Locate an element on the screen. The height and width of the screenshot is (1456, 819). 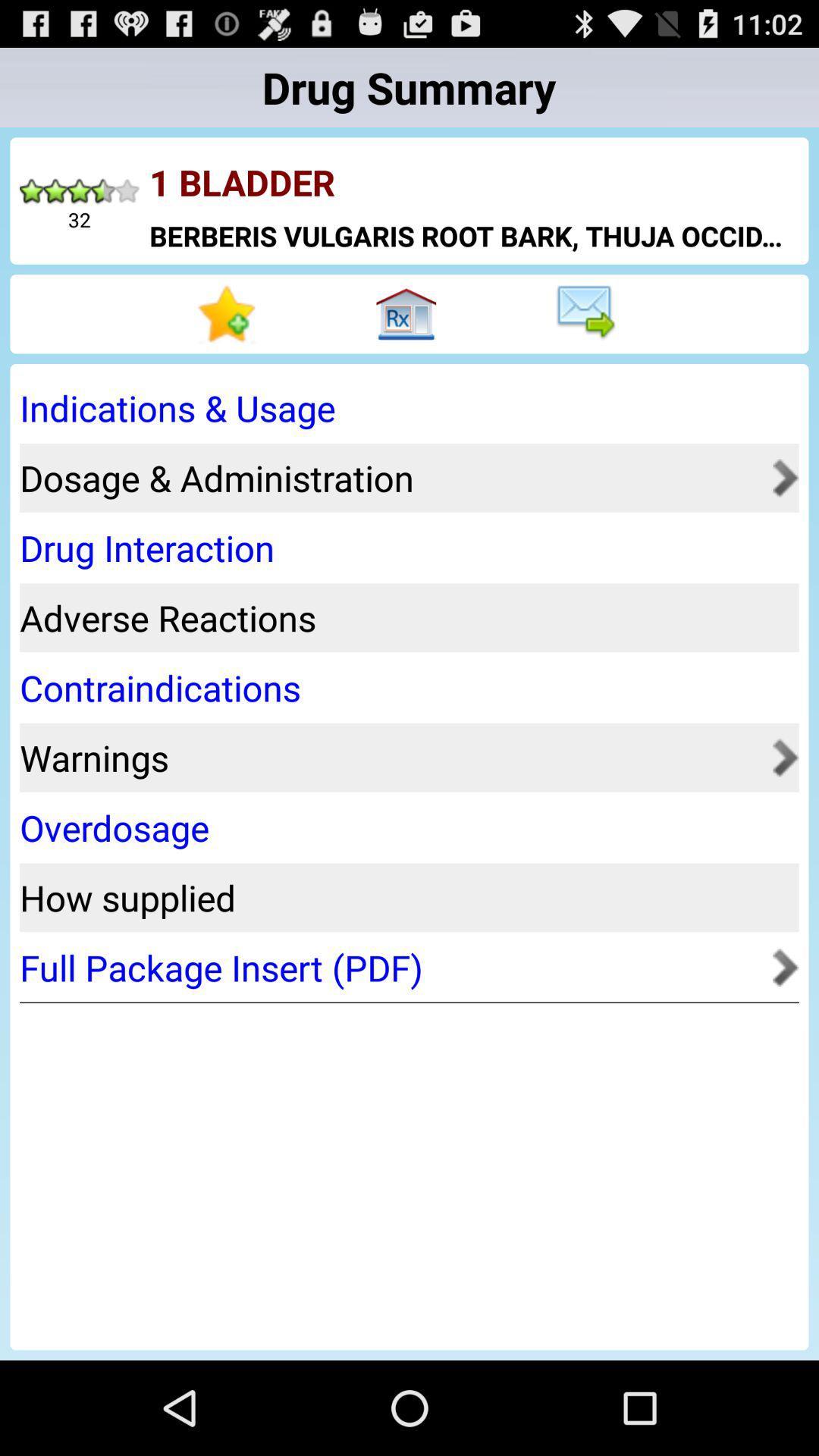
dosage & administration item is located at coordinates (391, 477).